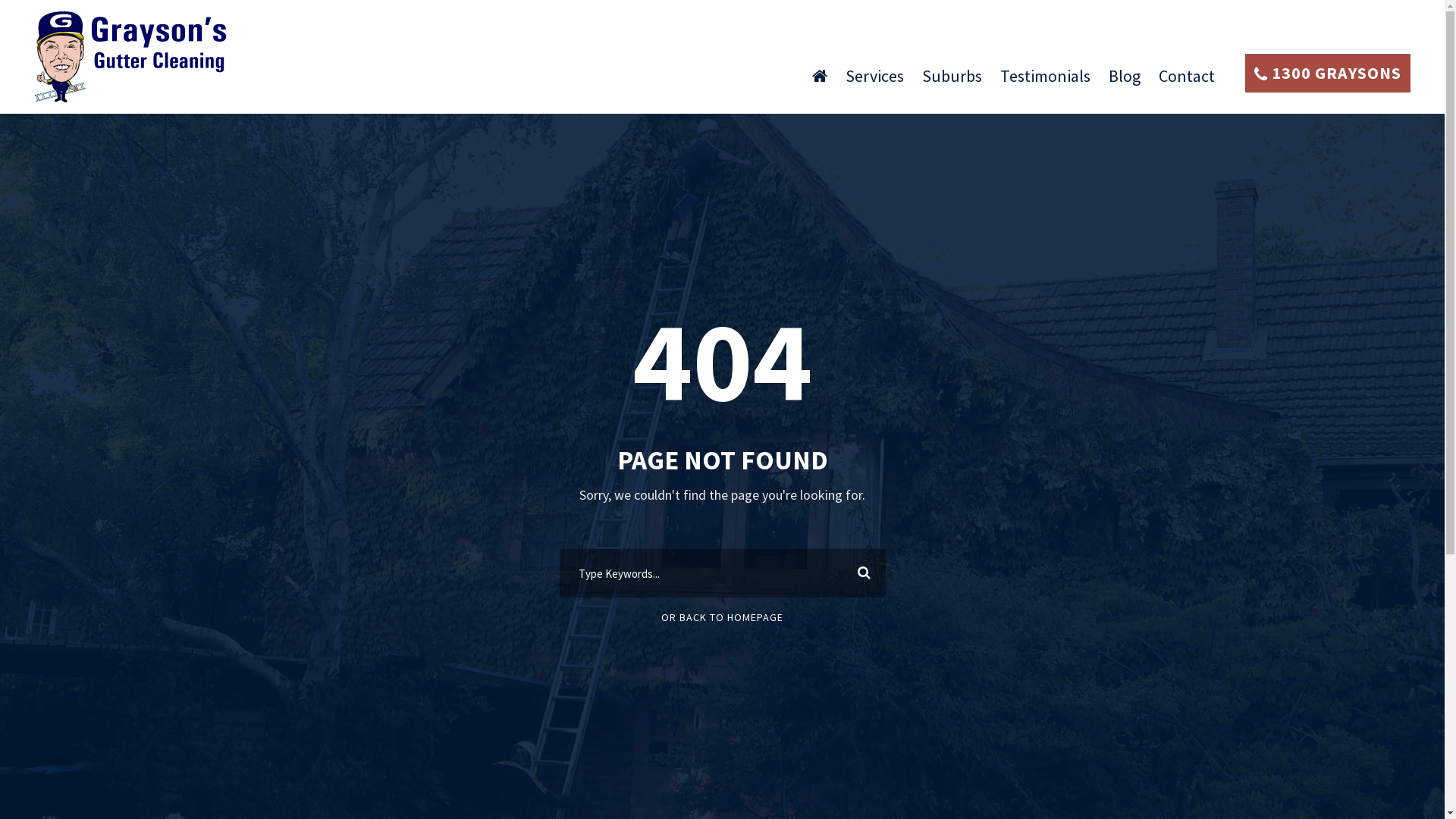  I want to click on 'Services', so click(874, 82).